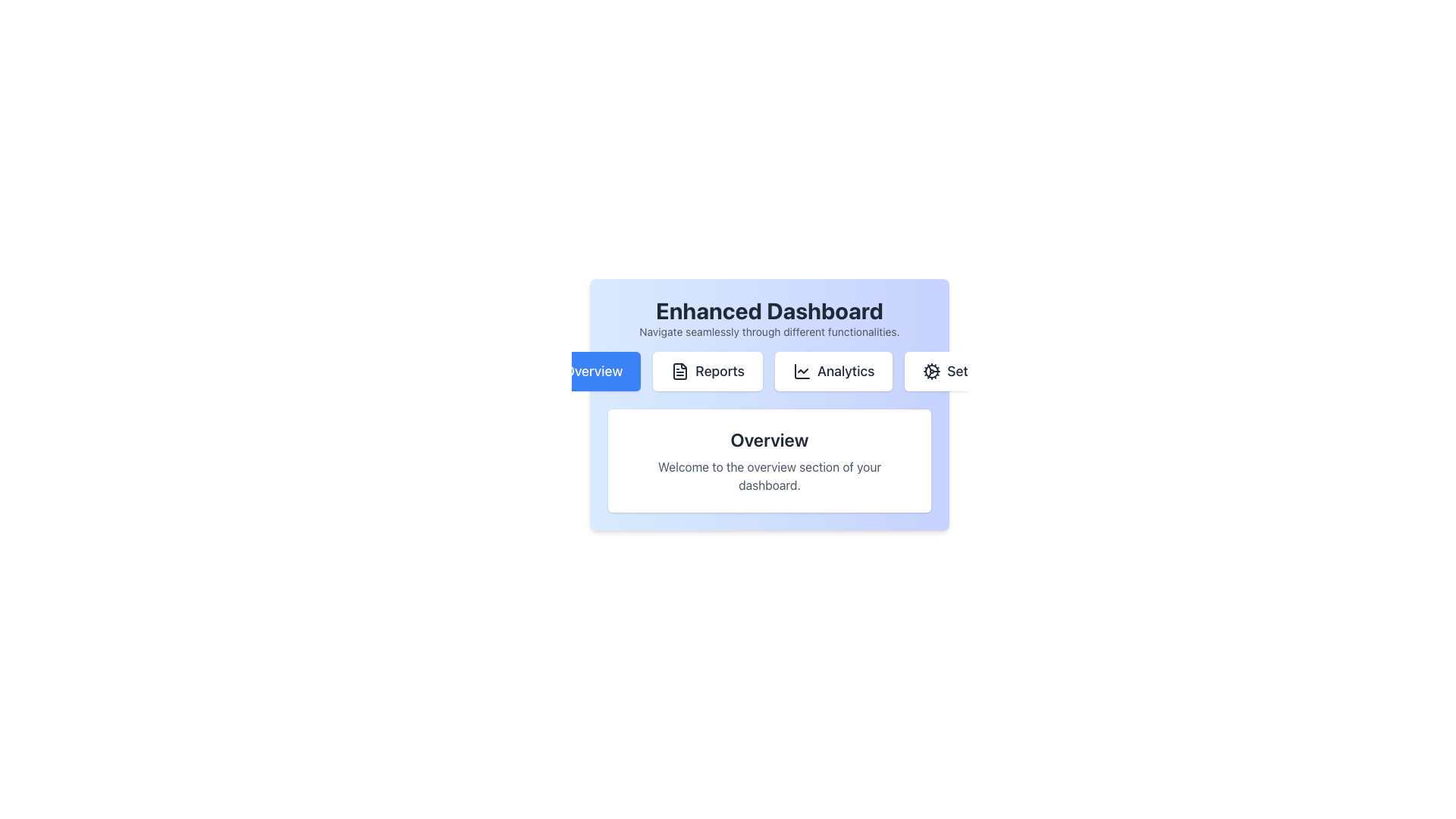 This screenshot has height=819, width=1456. Describe the element at coordinates (592, 371) in the screenshot. I see `the 'Overview' text element in the navigation bar` at that location.